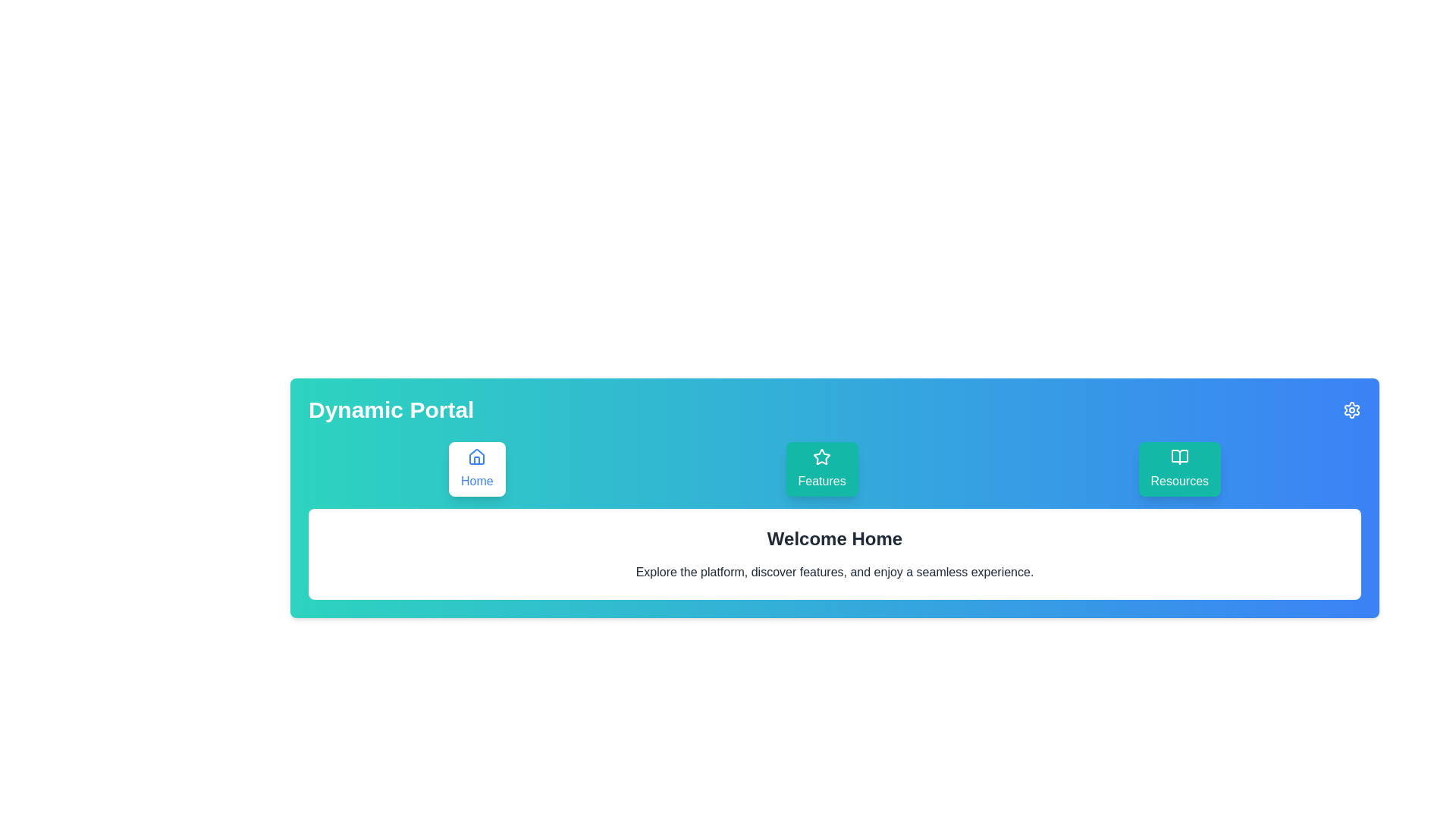 The height and width of the screenshot is (819, 1456). I want to click on the welcoming Text header that greets users and sets the context for the content presented below by moving the mouse to its center, so click(833, 538).